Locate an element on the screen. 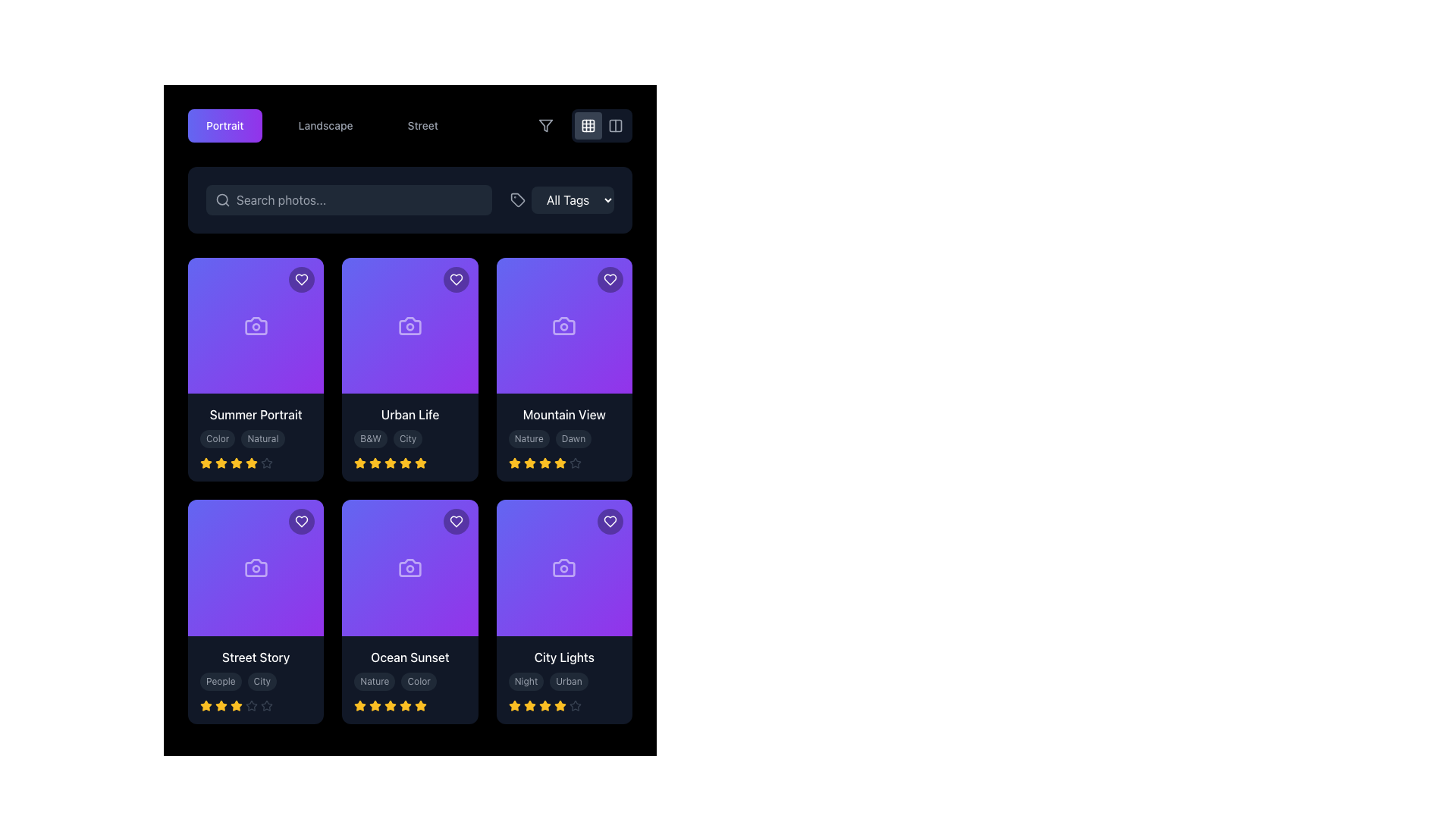 The height and width of the screenshot is (819, 1456). the fourth star in the rating system under the 'Ocean Sunset' card to rate the item at this level is located at coordinates (391, 705).